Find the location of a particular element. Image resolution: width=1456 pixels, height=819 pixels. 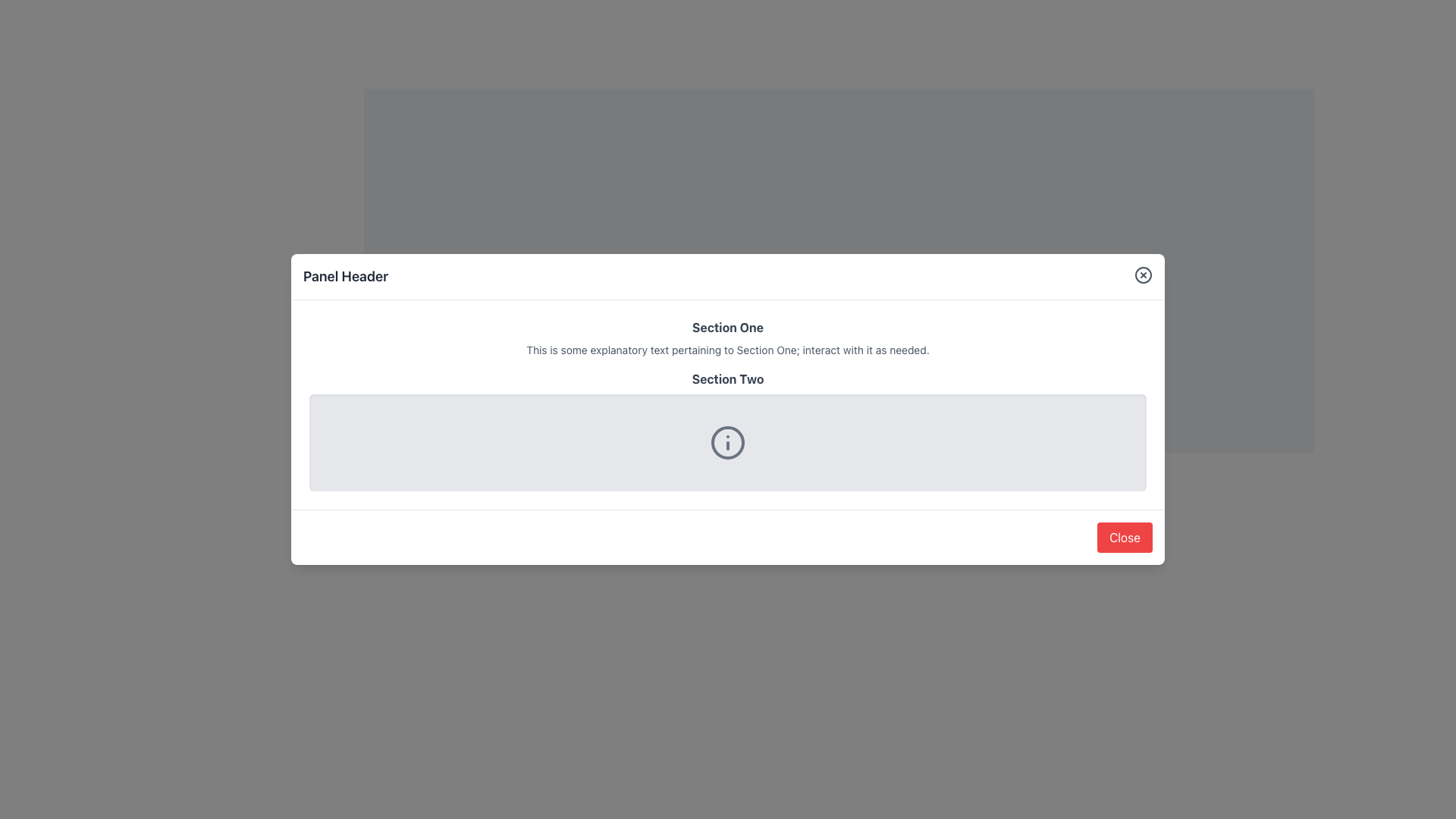

text from the Text block titled 'Section One', which contains explanatory text about this section is located at coordinates (728, 337).